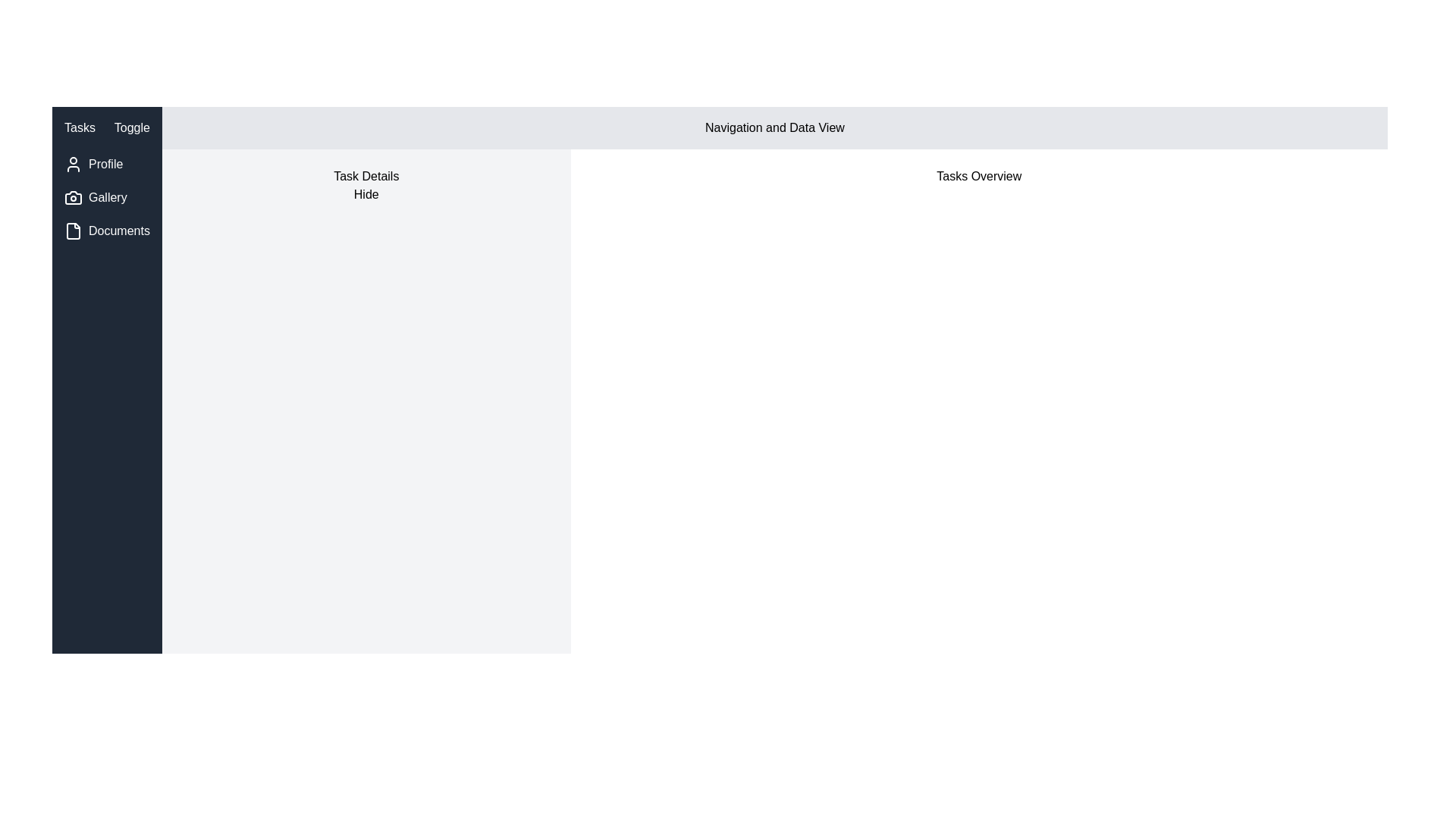 The height and width of the screenshot is (819, 1456). I want to click on the Navigation menu located in the sidebar, which provides access to 'Profile', 'Gallery', and 'Documents', so click(106, 197).